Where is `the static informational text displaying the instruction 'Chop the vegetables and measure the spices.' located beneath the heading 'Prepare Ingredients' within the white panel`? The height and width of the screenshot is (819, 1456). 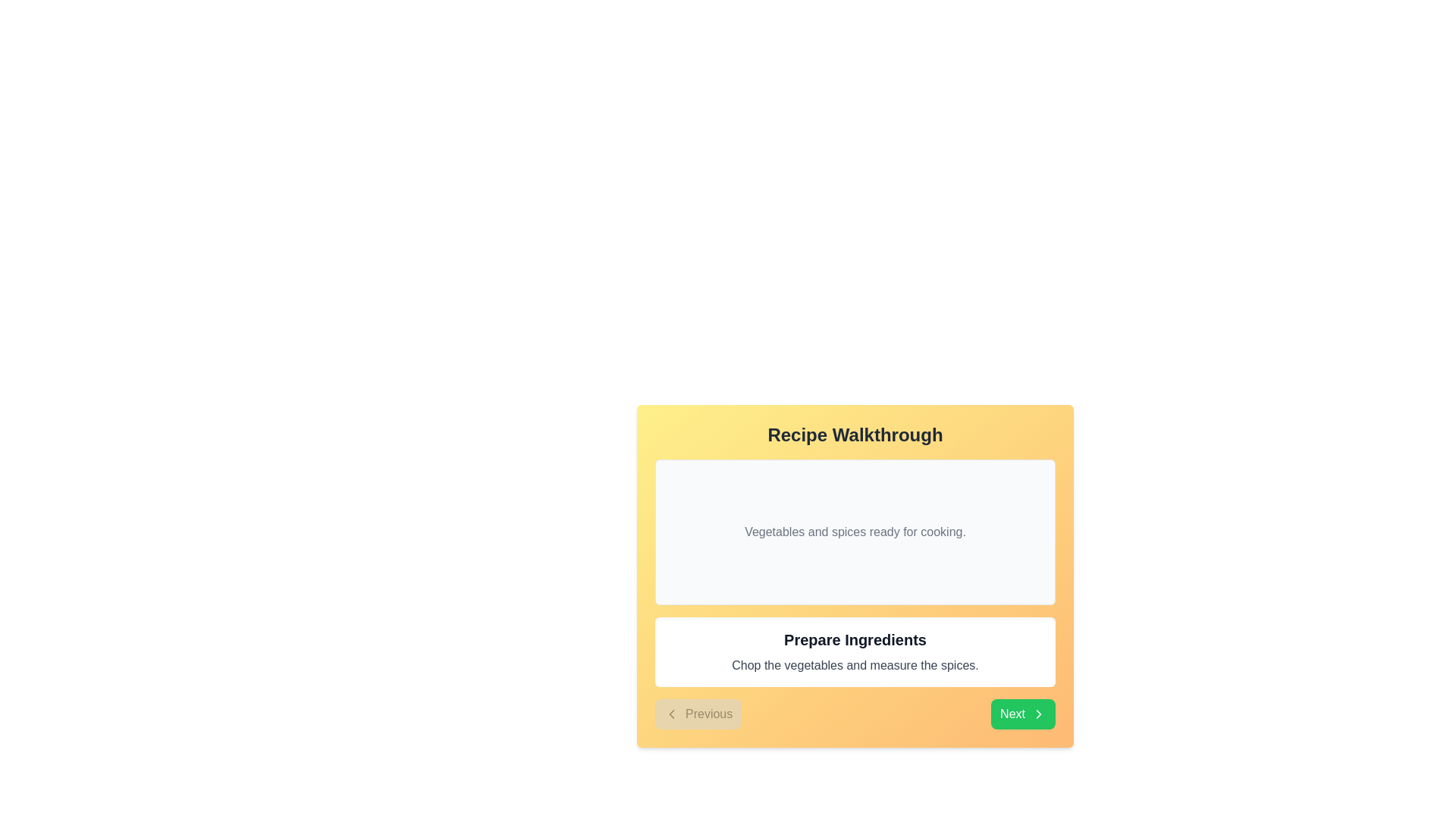
the static informational text displaying the instruction 'Chop the vegetables and measure the spices.' located beneath the heading 'Prepare Ingredients' within the white panel is located at coordinates (855, 665).